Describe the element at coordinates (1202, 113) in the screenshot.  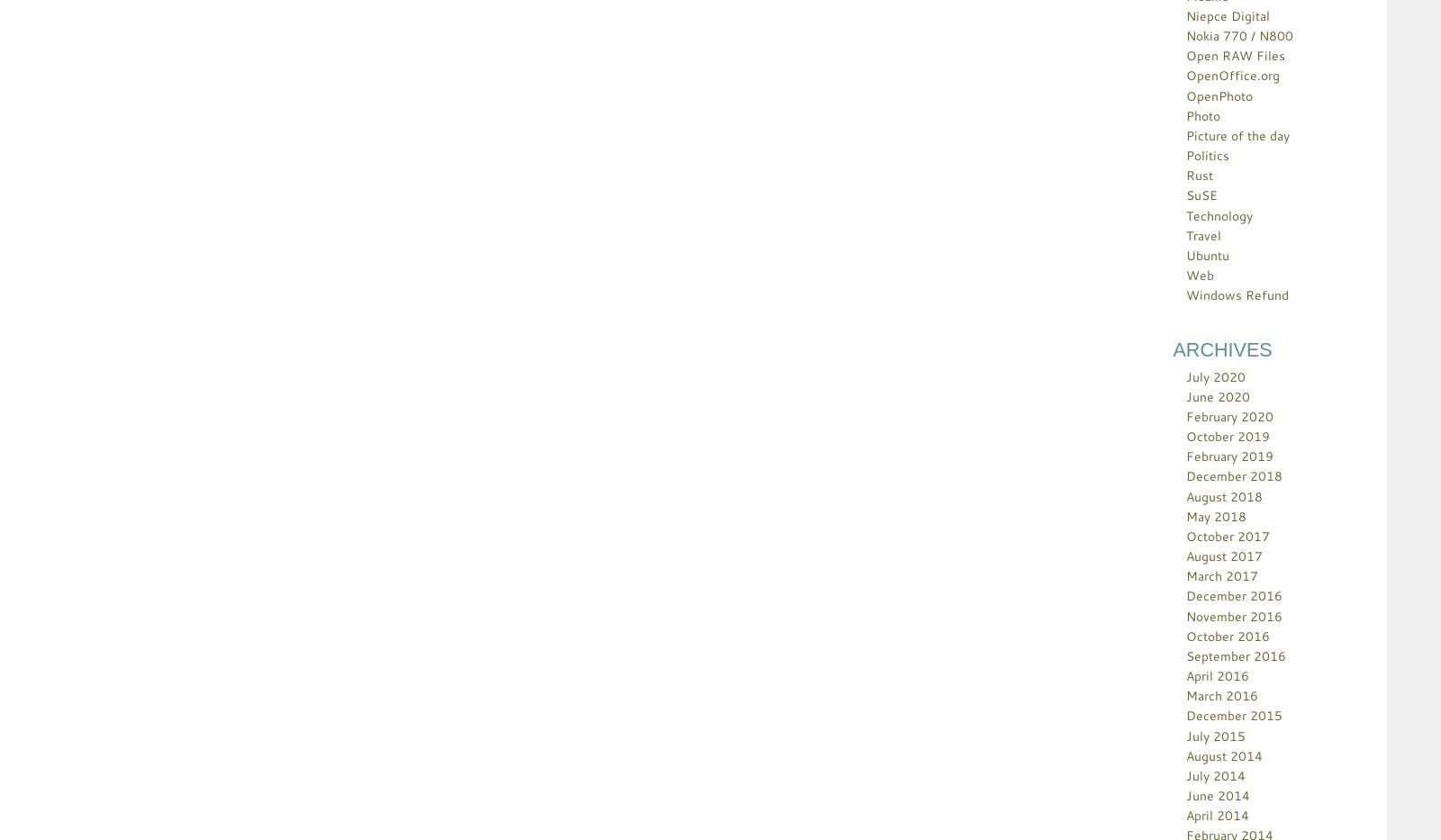
I see `'Photo'` at that location.